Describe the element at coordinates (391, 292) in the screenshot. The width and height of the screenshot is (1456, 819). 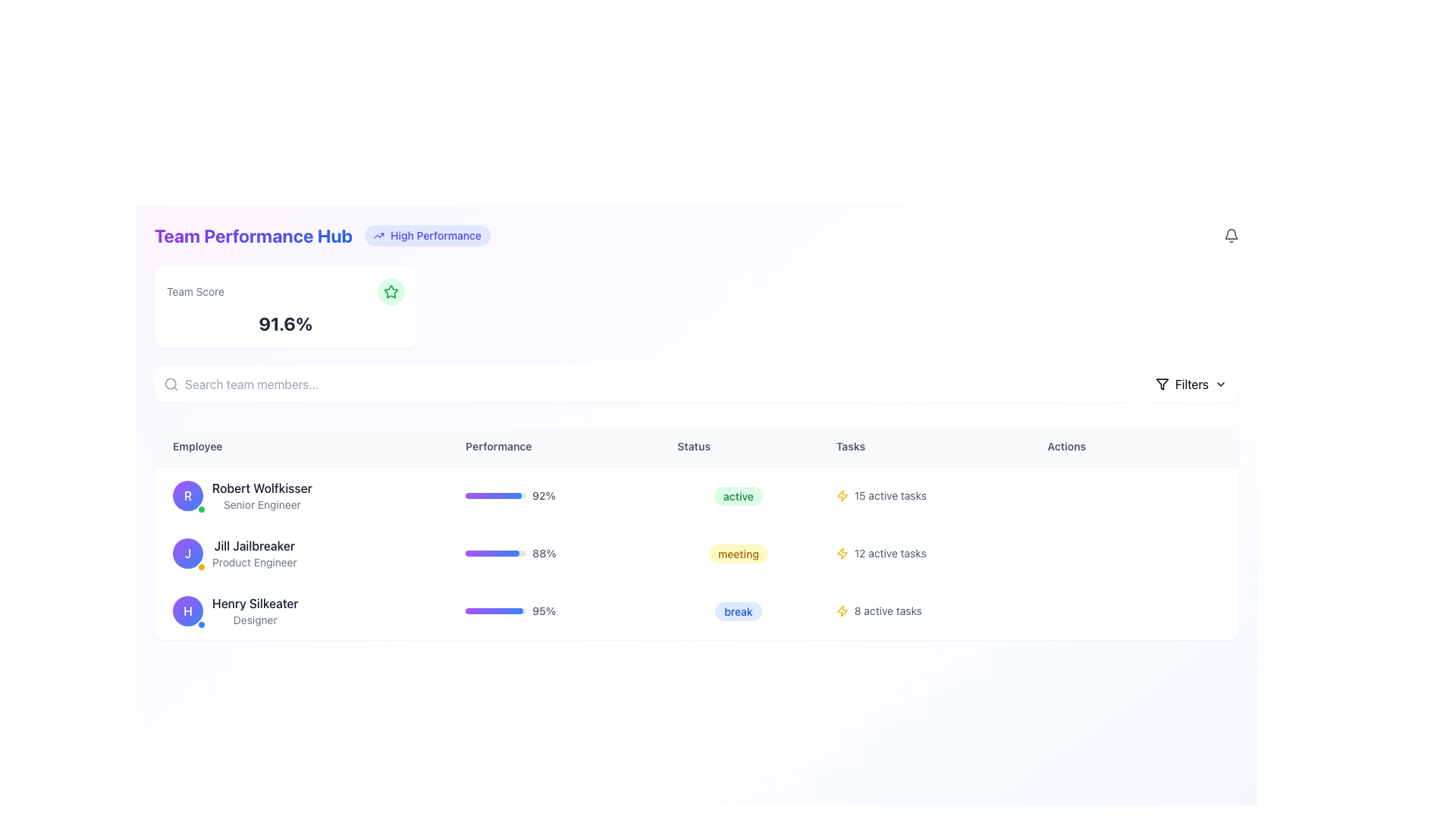
I see `the decorative icon associated with the 'Team Score' label, which is positioned to the right of the 'Team Score' text and above the numerical score` at that location.